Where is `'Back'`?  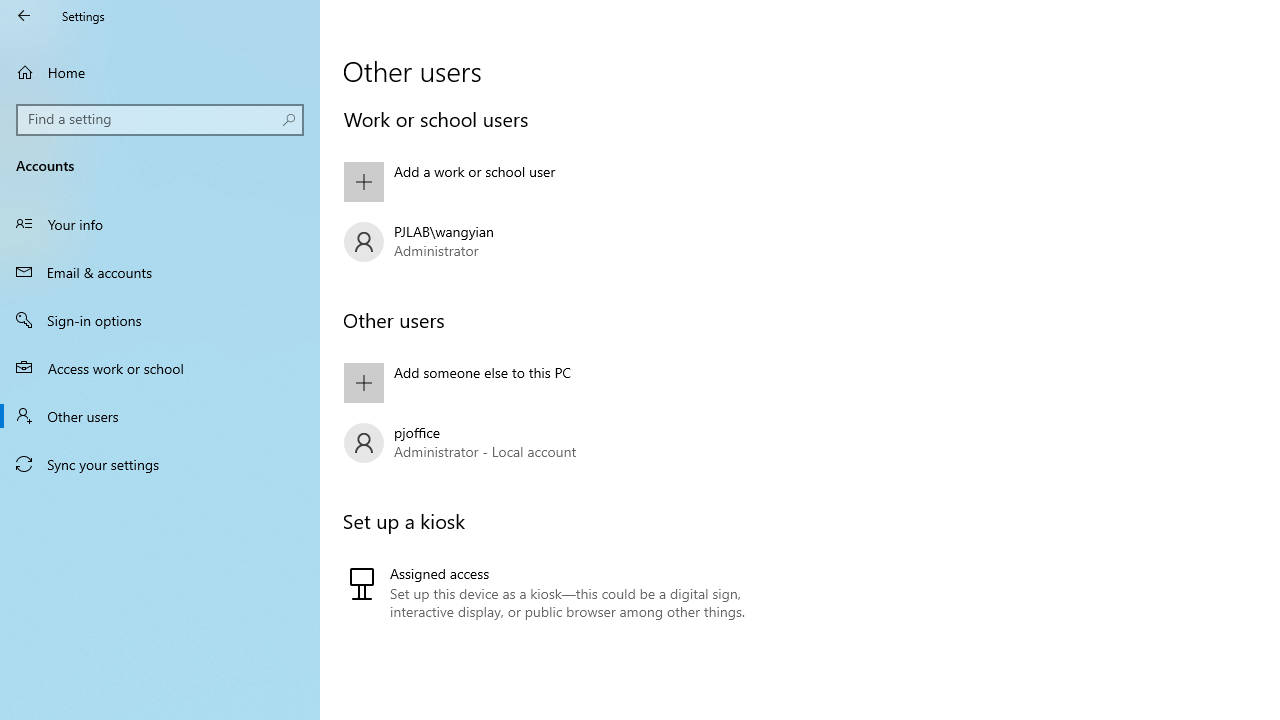 'Back' is located at coordinates (24, 15).